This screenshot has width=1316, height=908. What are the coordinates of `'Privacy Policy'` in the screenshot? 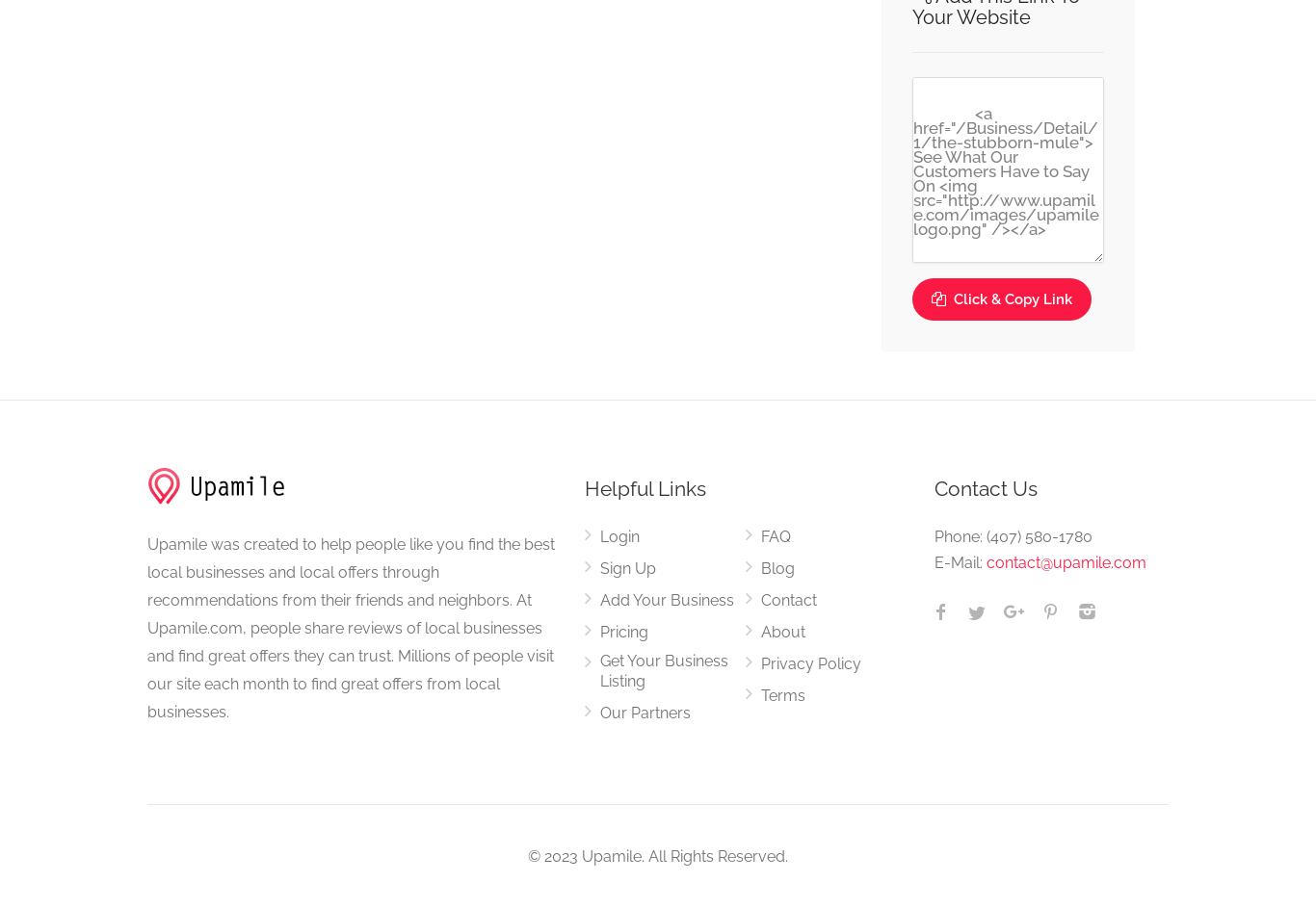 It's located at (809, 662).